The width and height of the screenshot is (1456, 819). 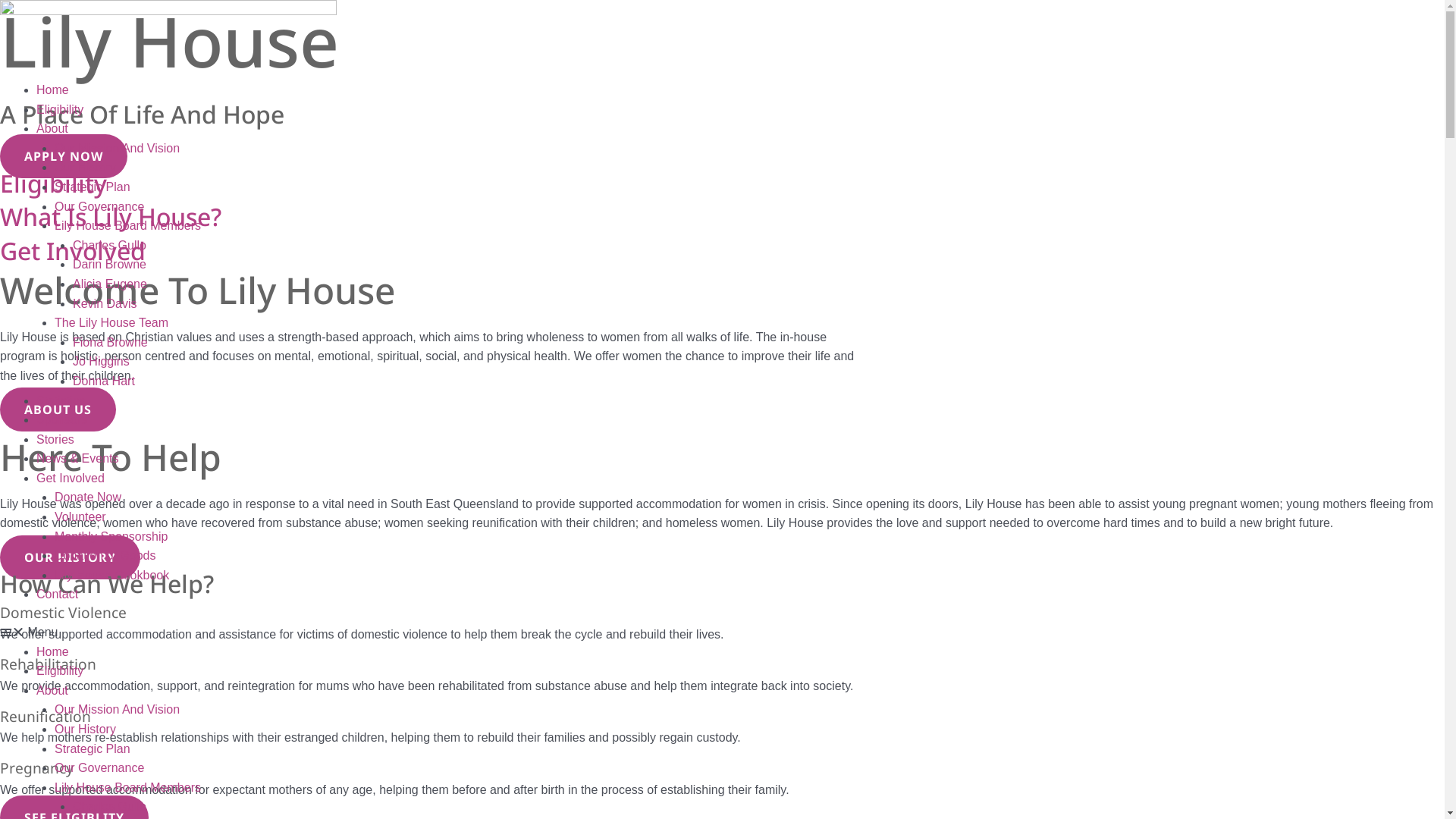 What do you see at coordinates (108, 244) in the screenshot?
I see `'Charles Gullo'` at bounding box center [108, 244].